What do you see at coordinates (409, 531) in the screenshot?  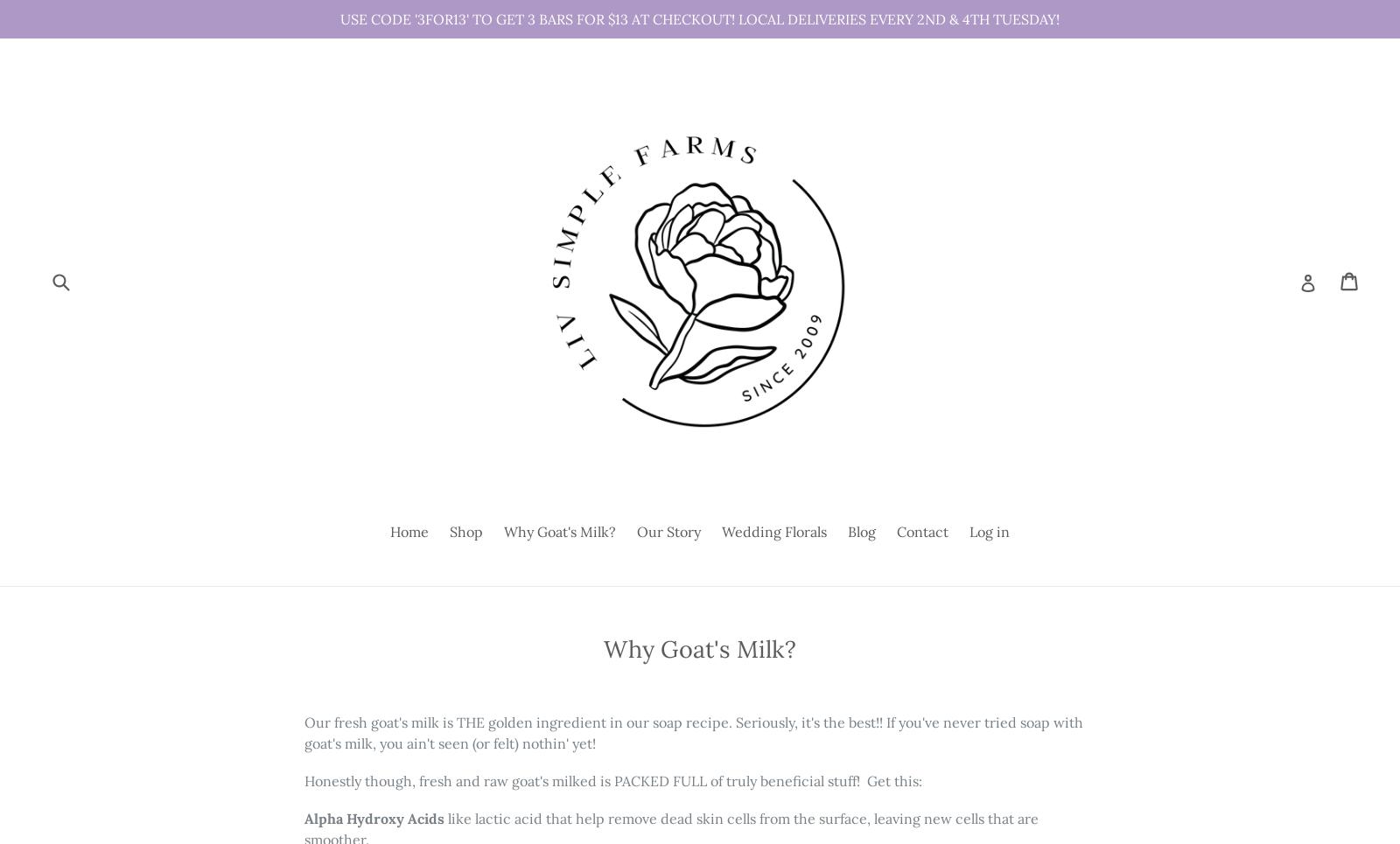 I see `'Home'` at bounding box center [409, 531].